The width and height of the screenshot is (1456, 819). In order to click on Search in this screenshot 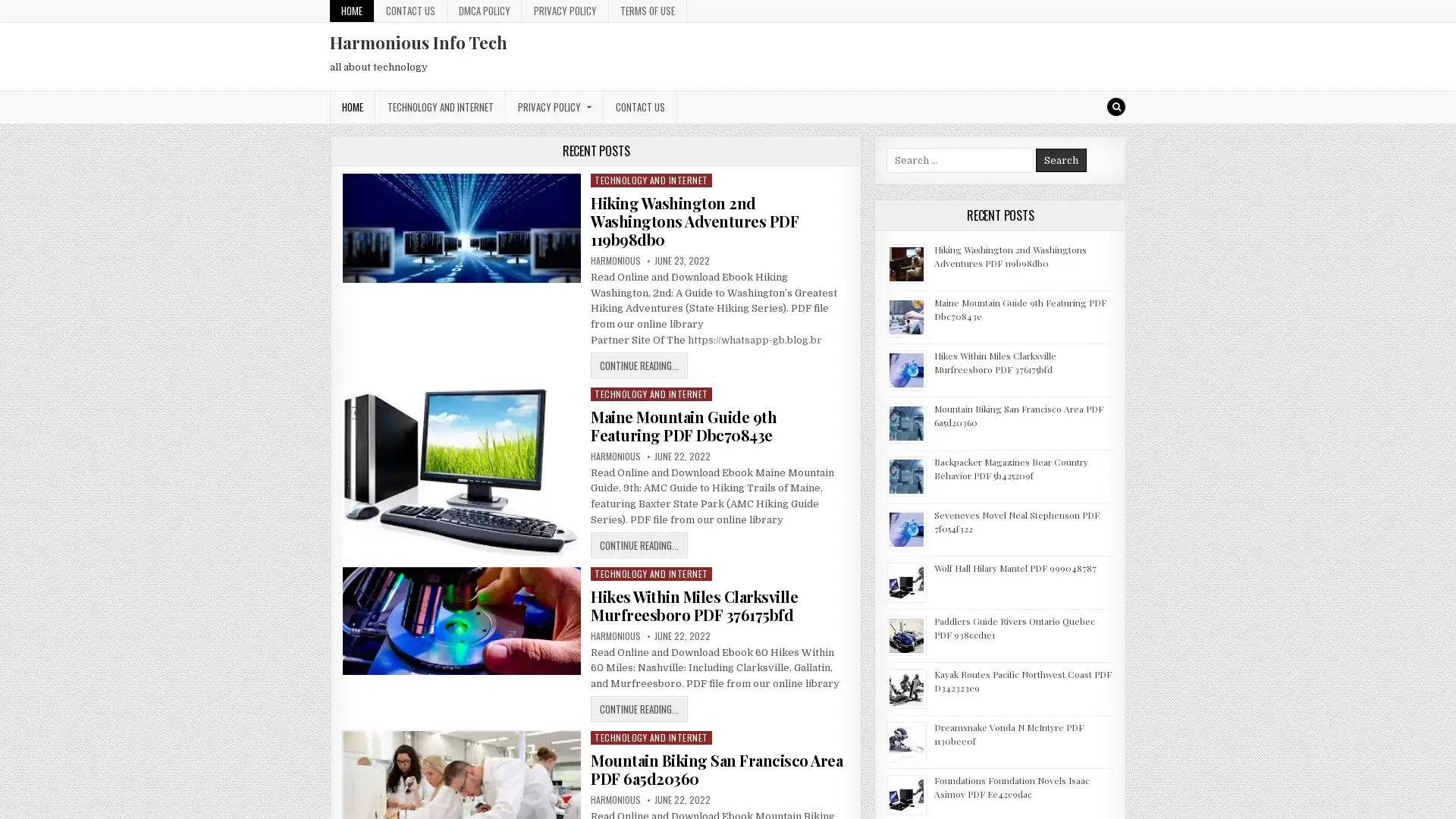, I will do `click(1060, 160)`.